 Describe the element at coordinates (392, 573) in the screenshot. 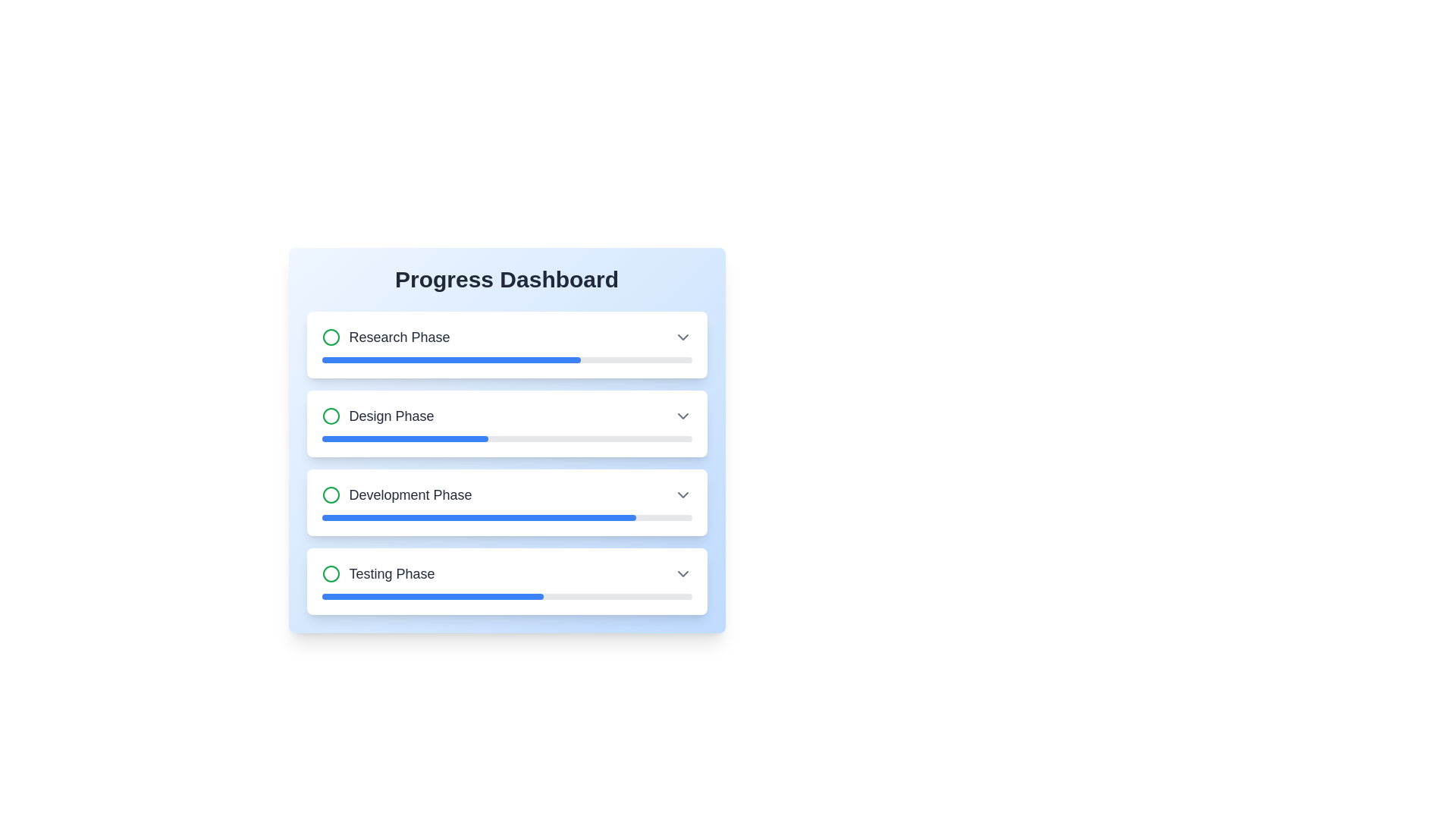

I see `the text label that reads 'Testing Phase', which is located on the bottom-most row of the progress cards` at that location.